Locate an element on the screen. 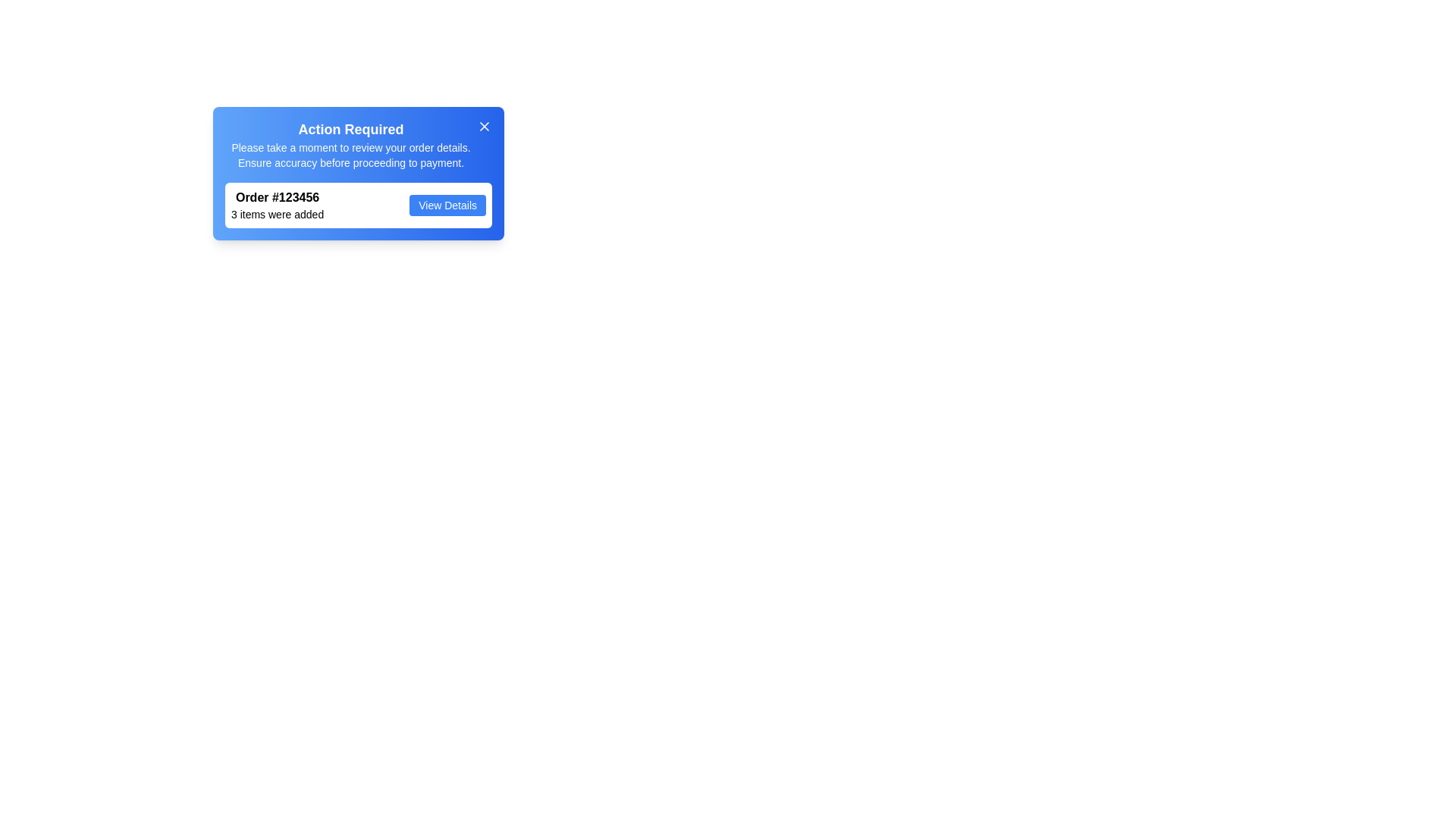 This screenshot has width=1456, height=819. static instructional text located directly beneath the heading 'Action Required' in the dialog box, which prompts the user to verify their order details for correctness is located at coordinates (350, 155).